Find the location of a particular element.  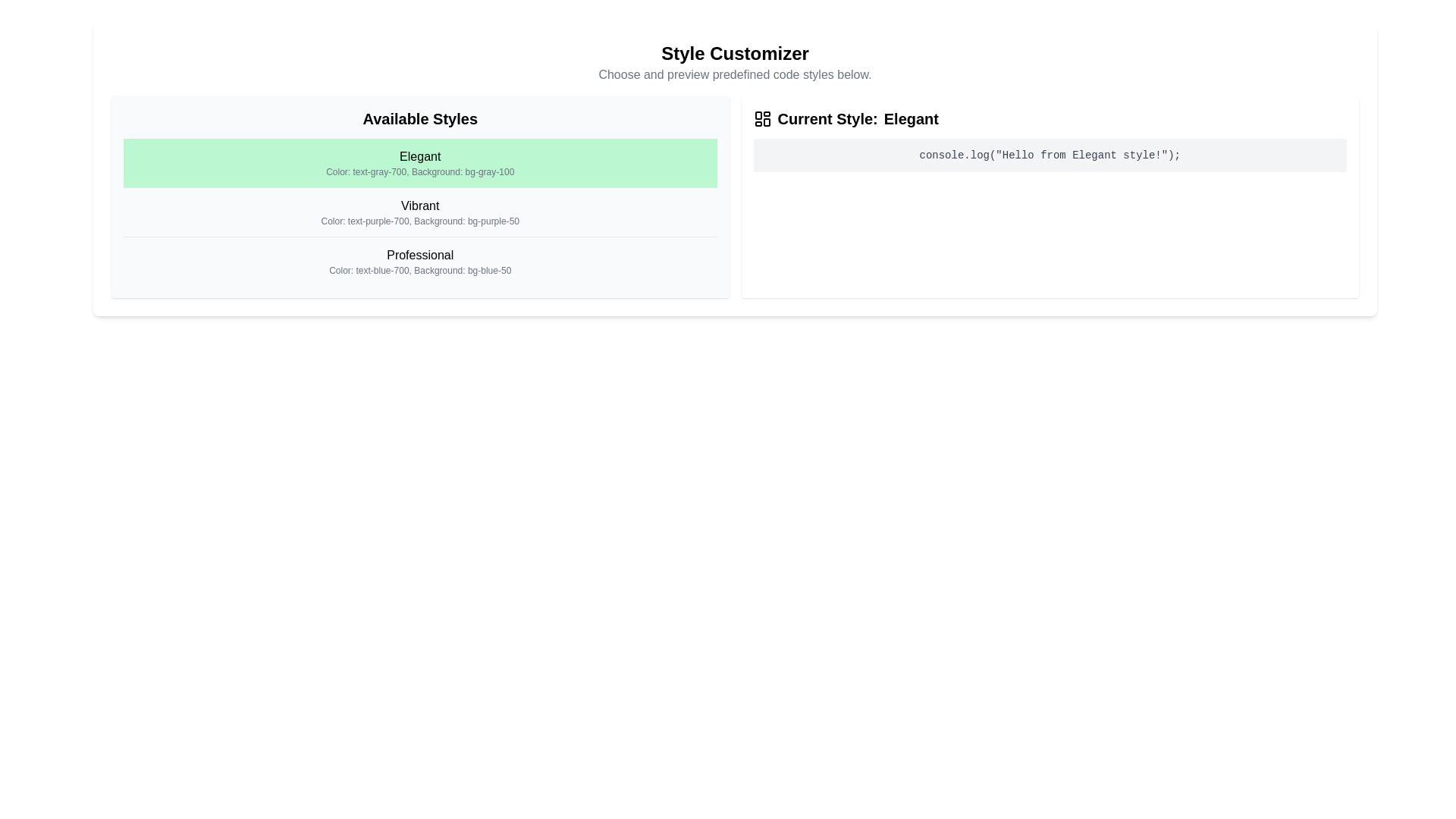

the Text element that presents the details of the color and background used for the 'Vibrant' style option, located below the 'Vibrant' heading is located at coordinates (420, 221).